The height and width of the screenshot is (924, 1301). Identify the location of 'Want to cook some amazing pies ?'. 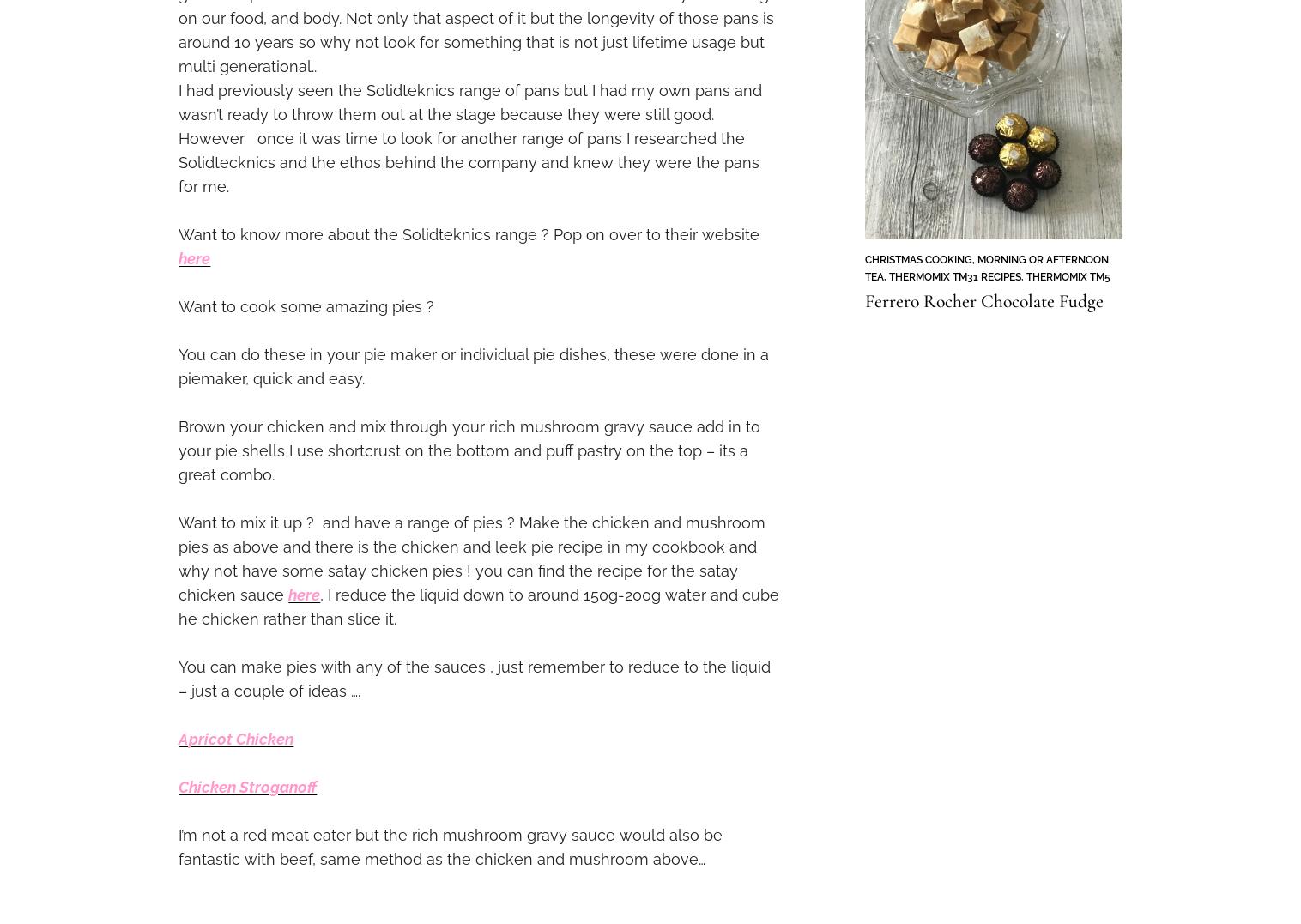
(306, 305).